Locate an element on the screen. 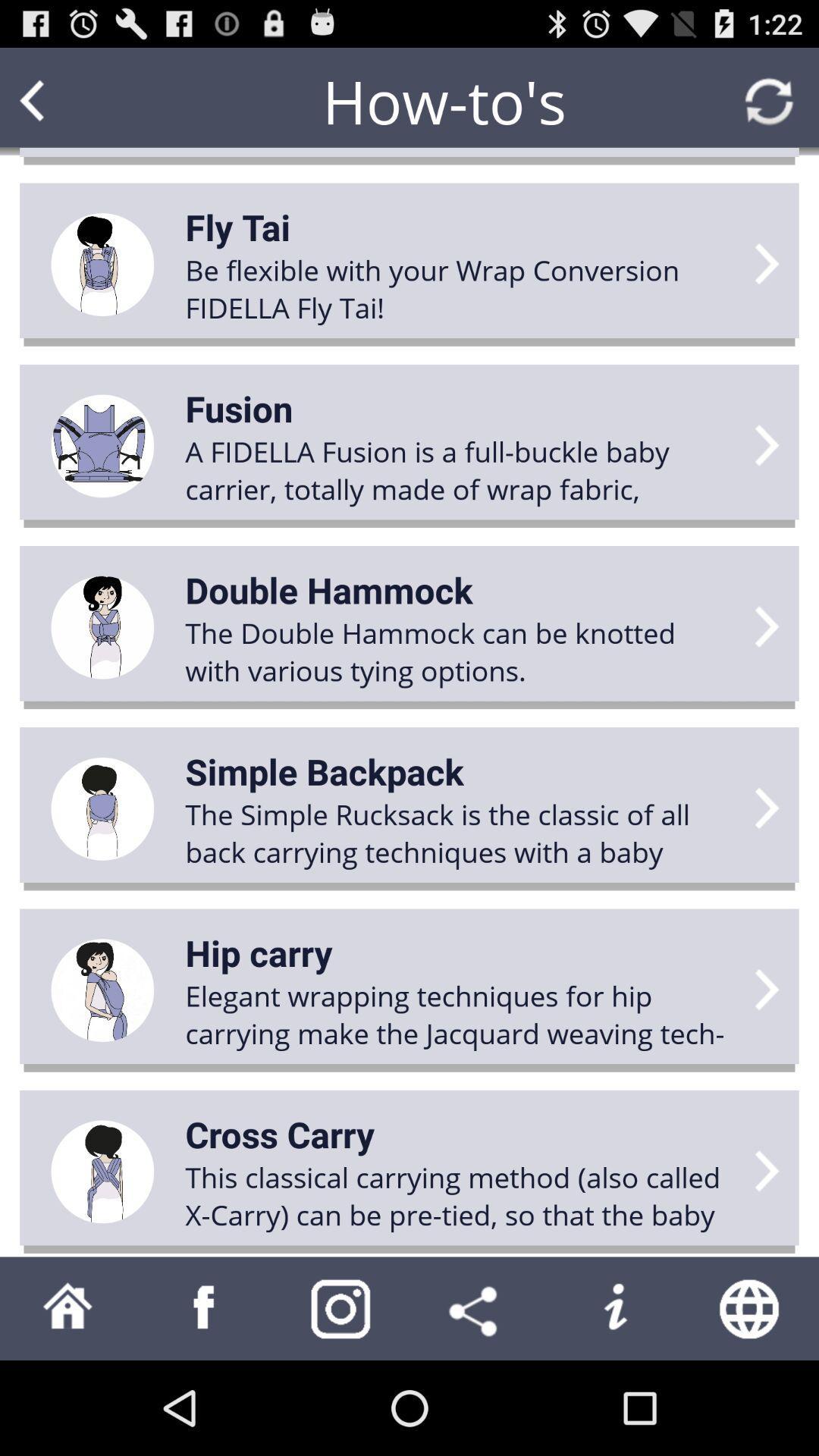 This screenshot has height=1456, width=819. the a fidella fusion is located at coordinates (460, 469).